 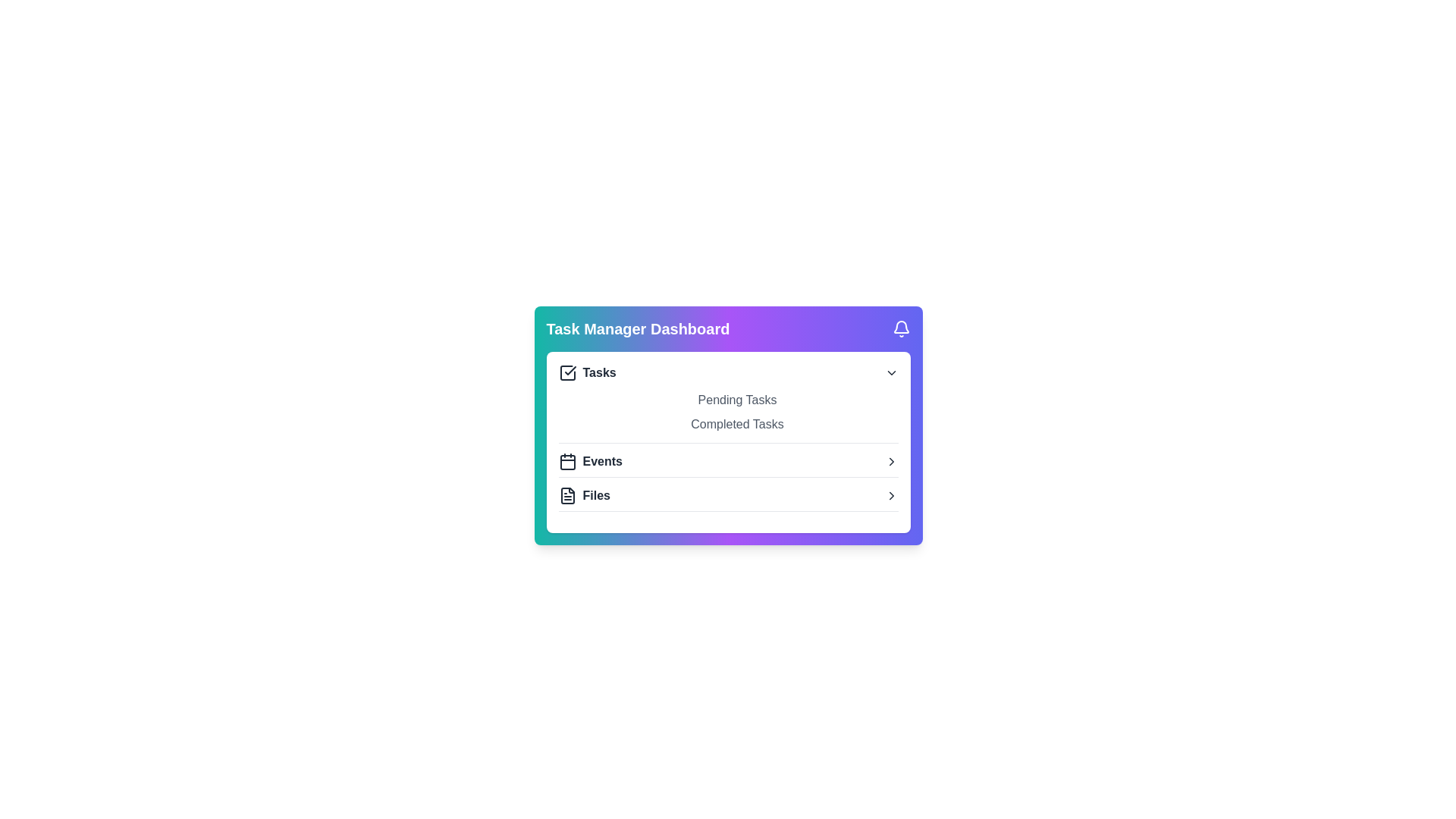 What do you see at coordinates (566, 496) in the screenshot?
I see `the 'Files' icon located in the third list item row of the dashboard, which visually represents the topic of 'Files' and is positioned to the left of the text 'Files'` at bounding box center [566, 496].